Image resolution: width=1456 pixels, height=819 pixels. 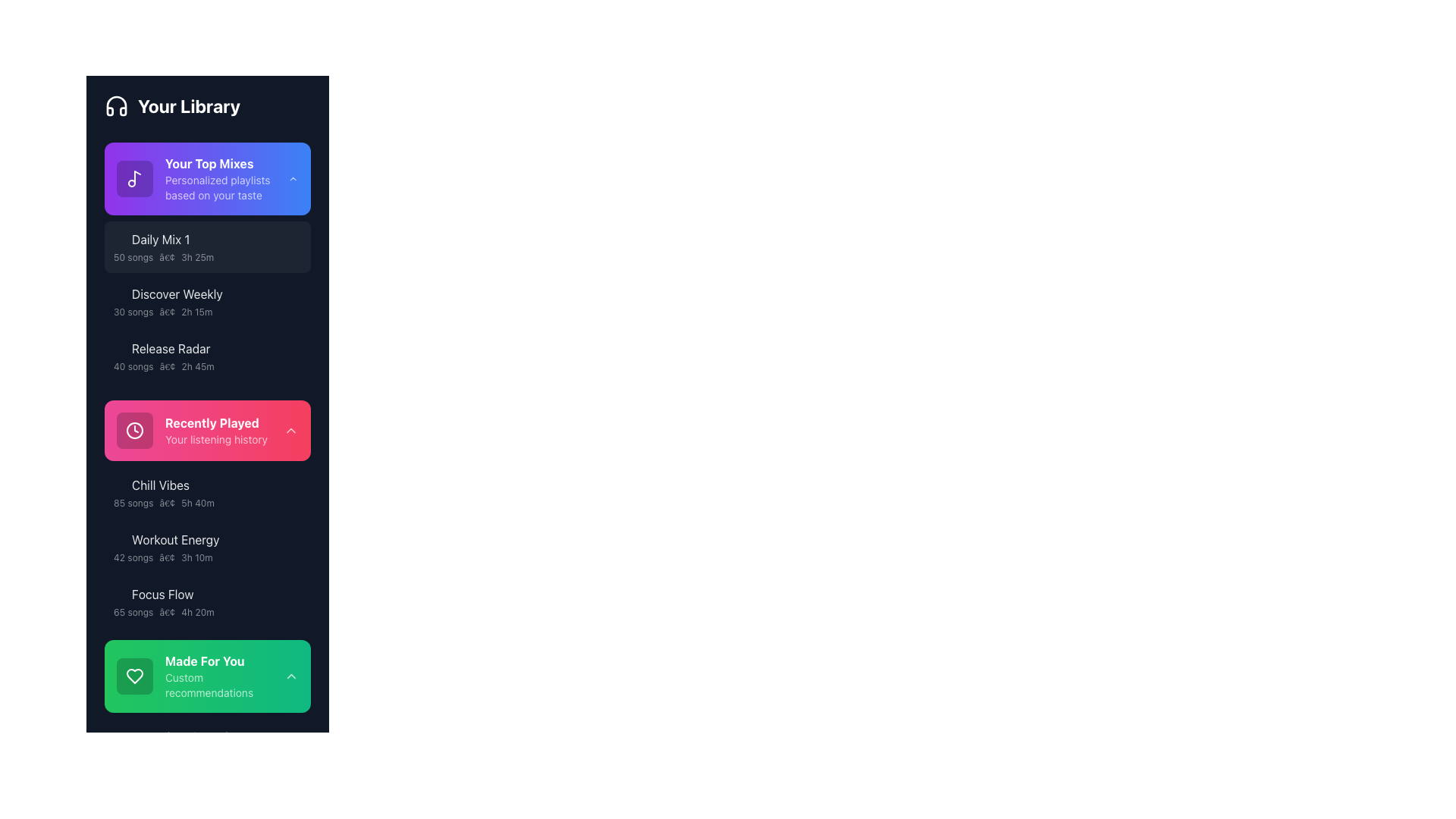 I want to click on the fifth interactive card in the vertical list, which provides access to the recently played section, so click(x=206, y=430).